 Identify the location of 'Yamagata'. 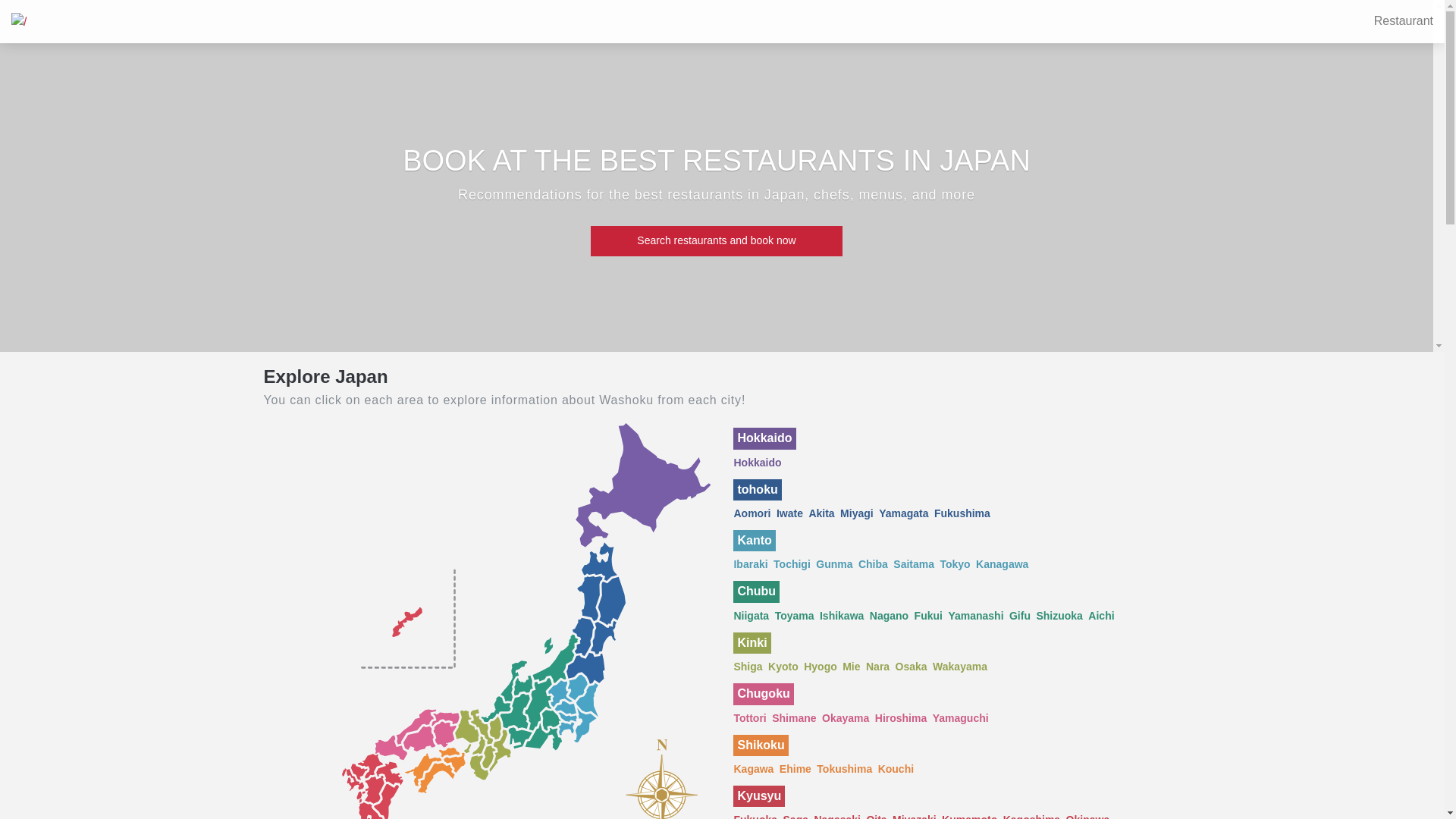
(903, 513).